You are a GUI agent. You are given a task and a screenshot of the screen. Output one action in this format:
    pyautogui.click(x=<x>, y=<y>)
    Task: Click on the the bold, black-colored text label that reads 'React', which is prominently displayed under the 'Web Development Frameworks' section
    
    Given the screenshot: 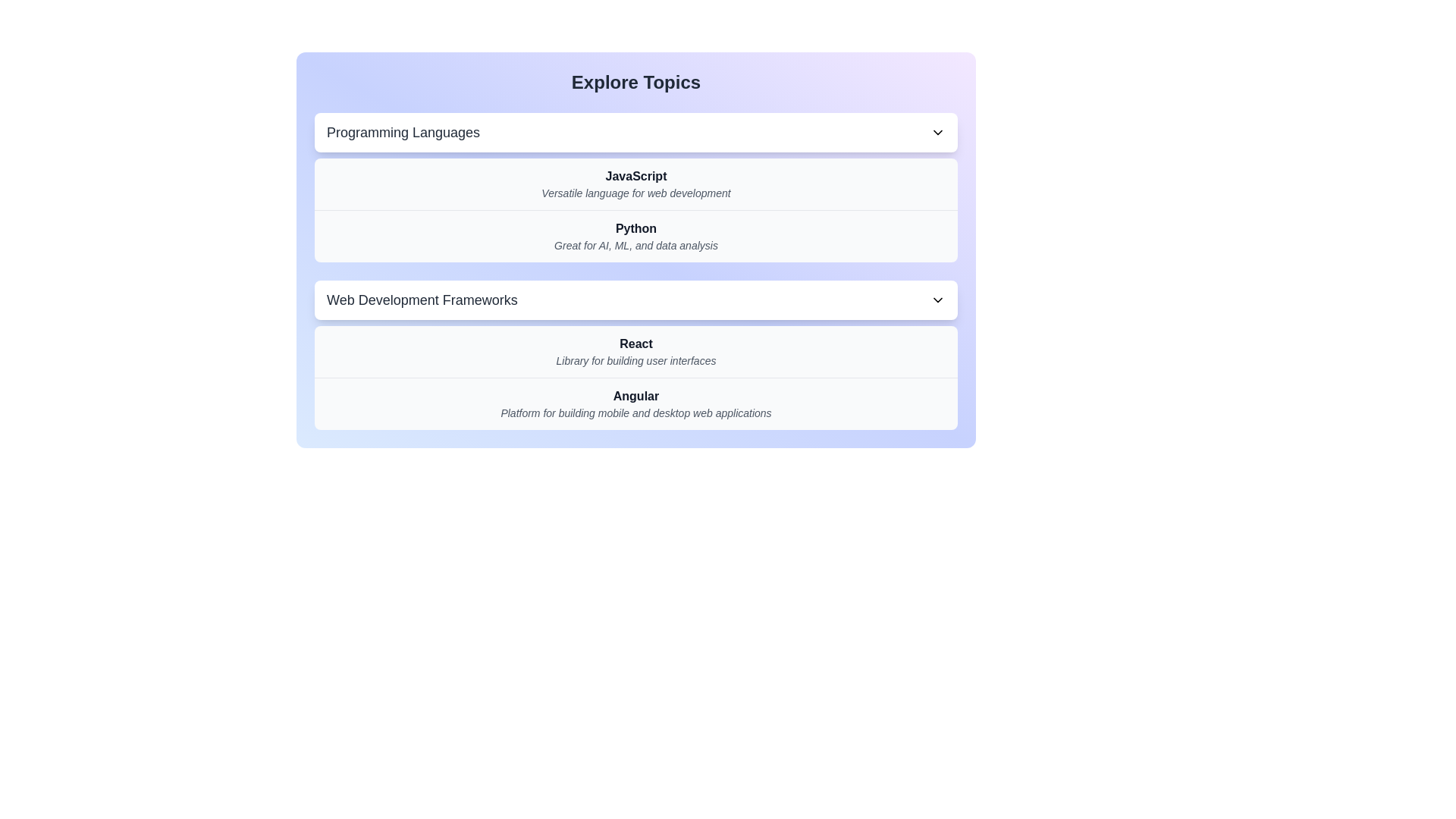 What is the action you would take?
    pyautogui.click(x=636, y=344)
    